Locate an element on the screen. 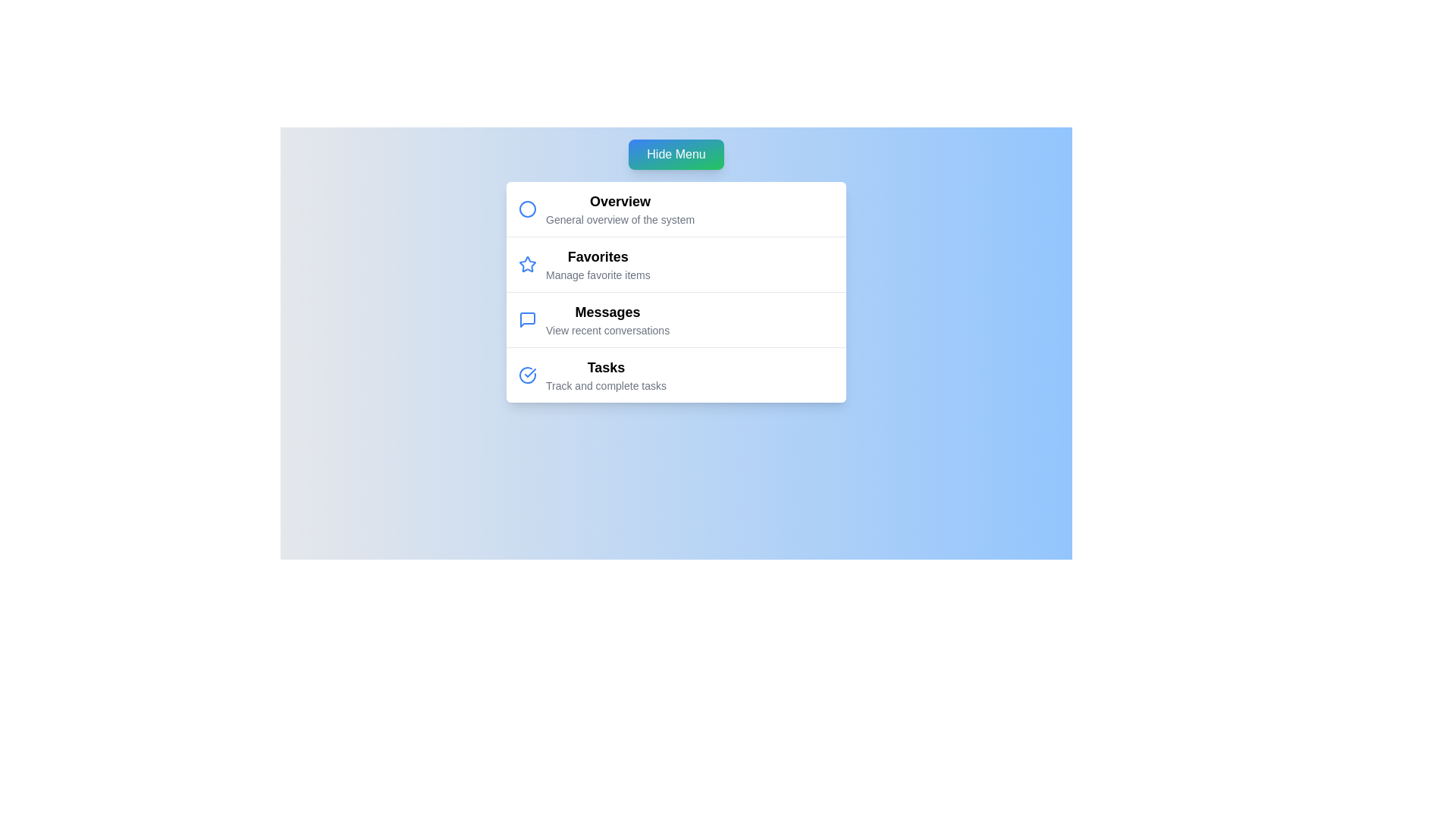 This screenshot has height=819, width=1456. the 'Hide Menu' button to toggle the menu visibility is located at coordinates (676, 155).